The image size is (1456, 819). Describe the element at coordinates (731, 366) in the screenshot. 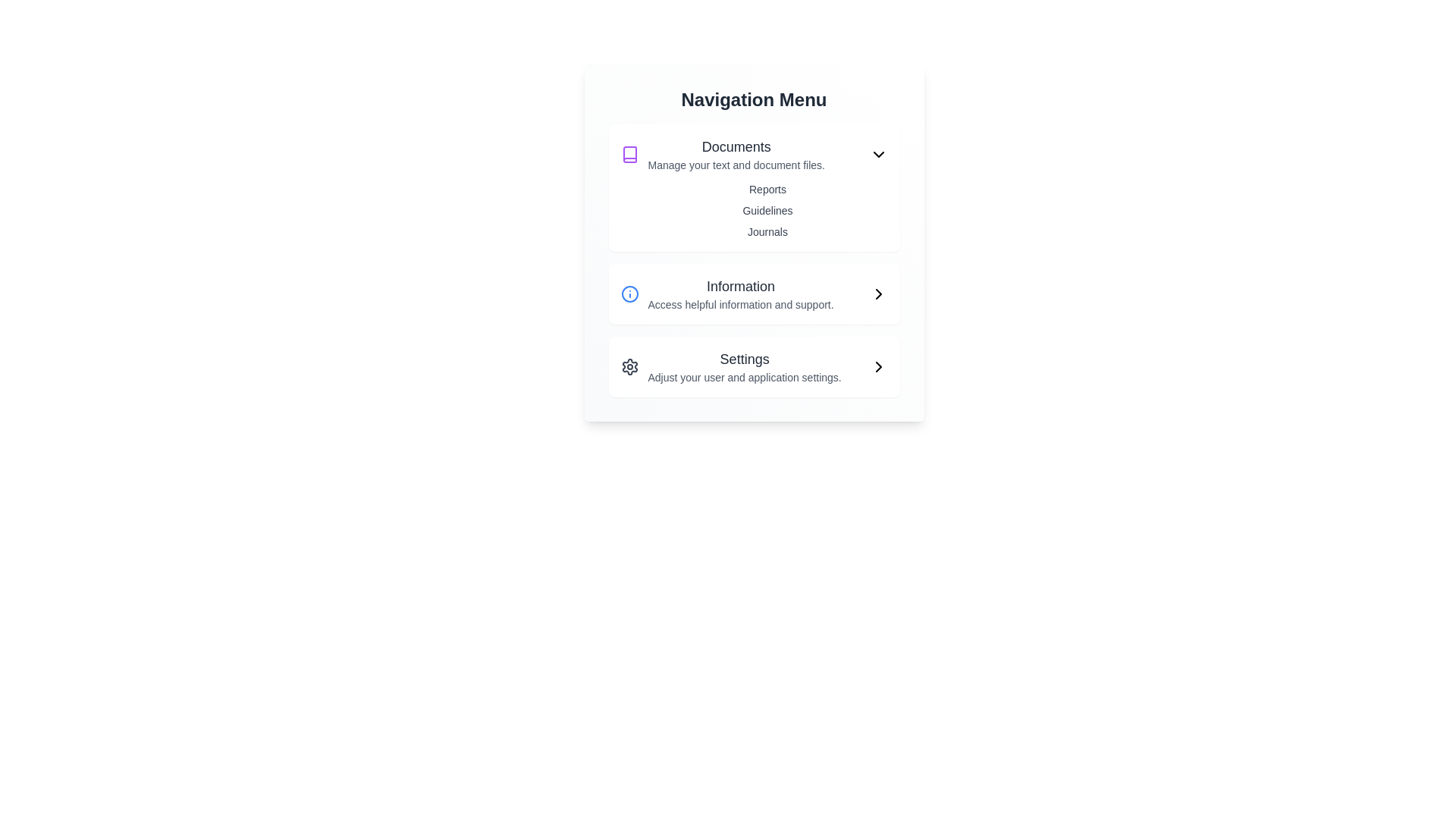

I see `the 'Settings' menu option in the navigation menu` at that location.